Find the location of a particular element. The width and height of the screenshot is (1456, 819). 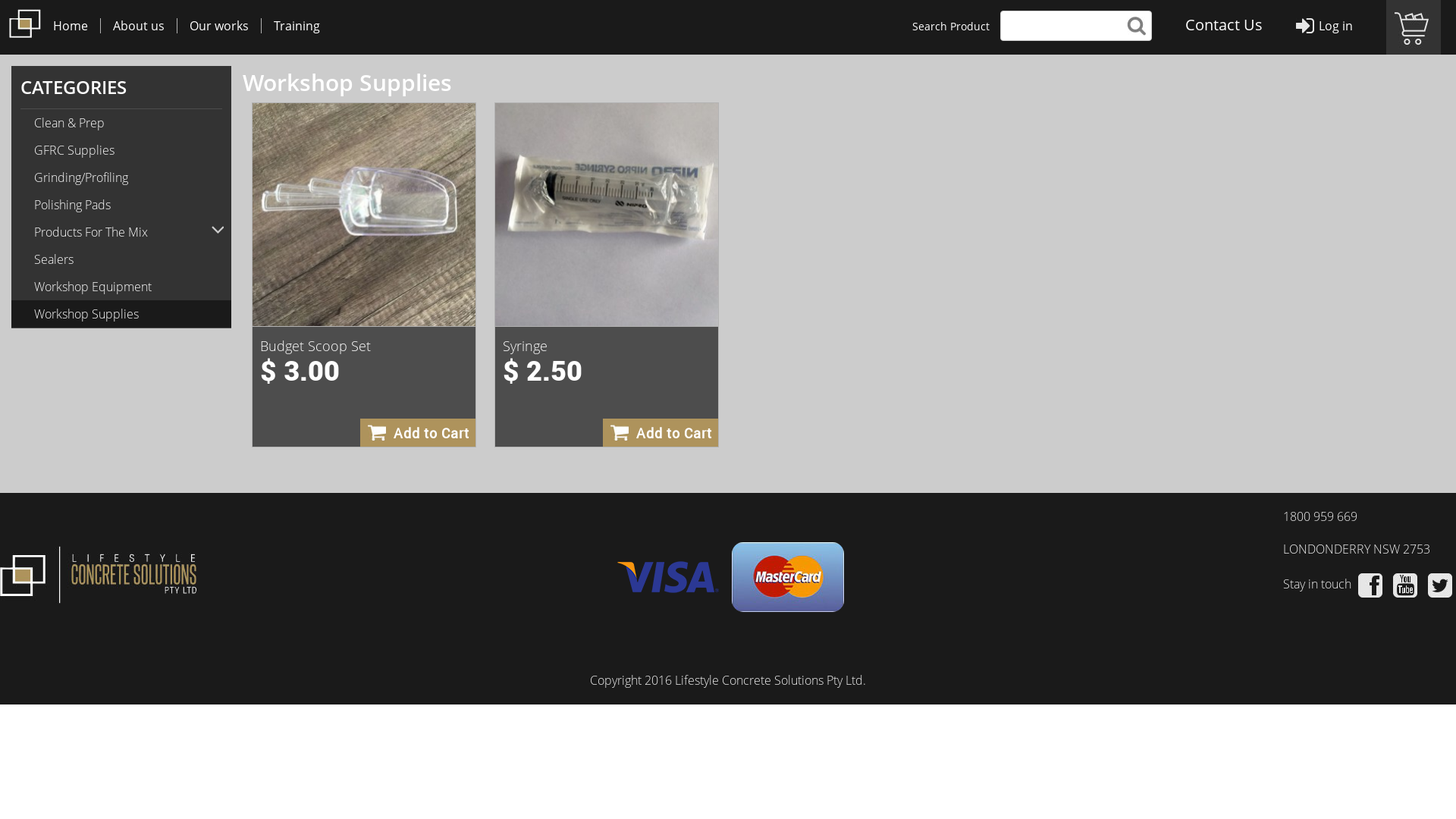

'Products For The Mix' is located at coordinates (120, 231).